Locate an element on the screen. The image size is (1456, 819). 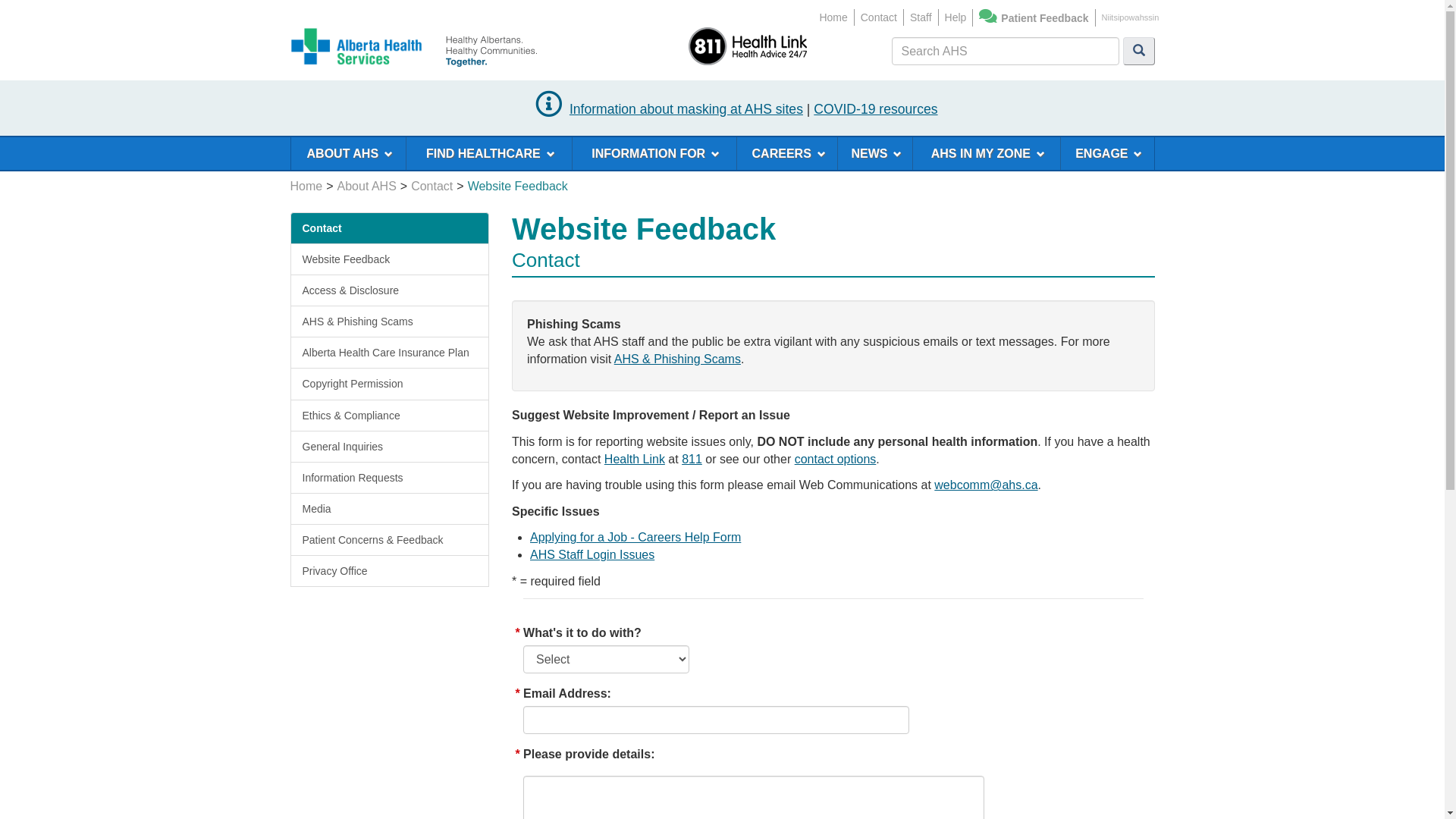
'ENGAGE' is located at coordinates (1106, 153).